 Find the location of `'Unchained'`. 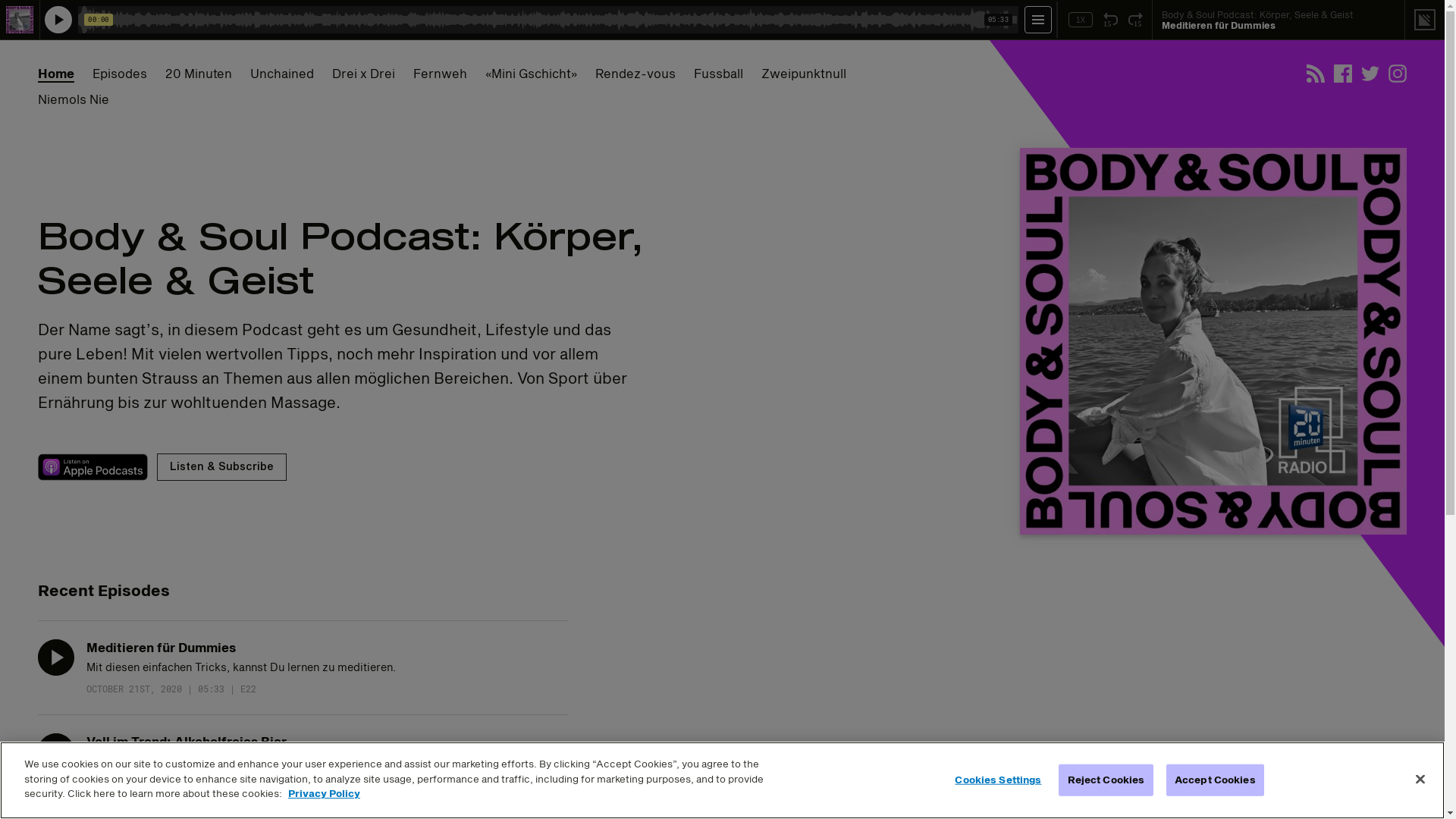

'Unchained' is located at coordinates (282, 73).